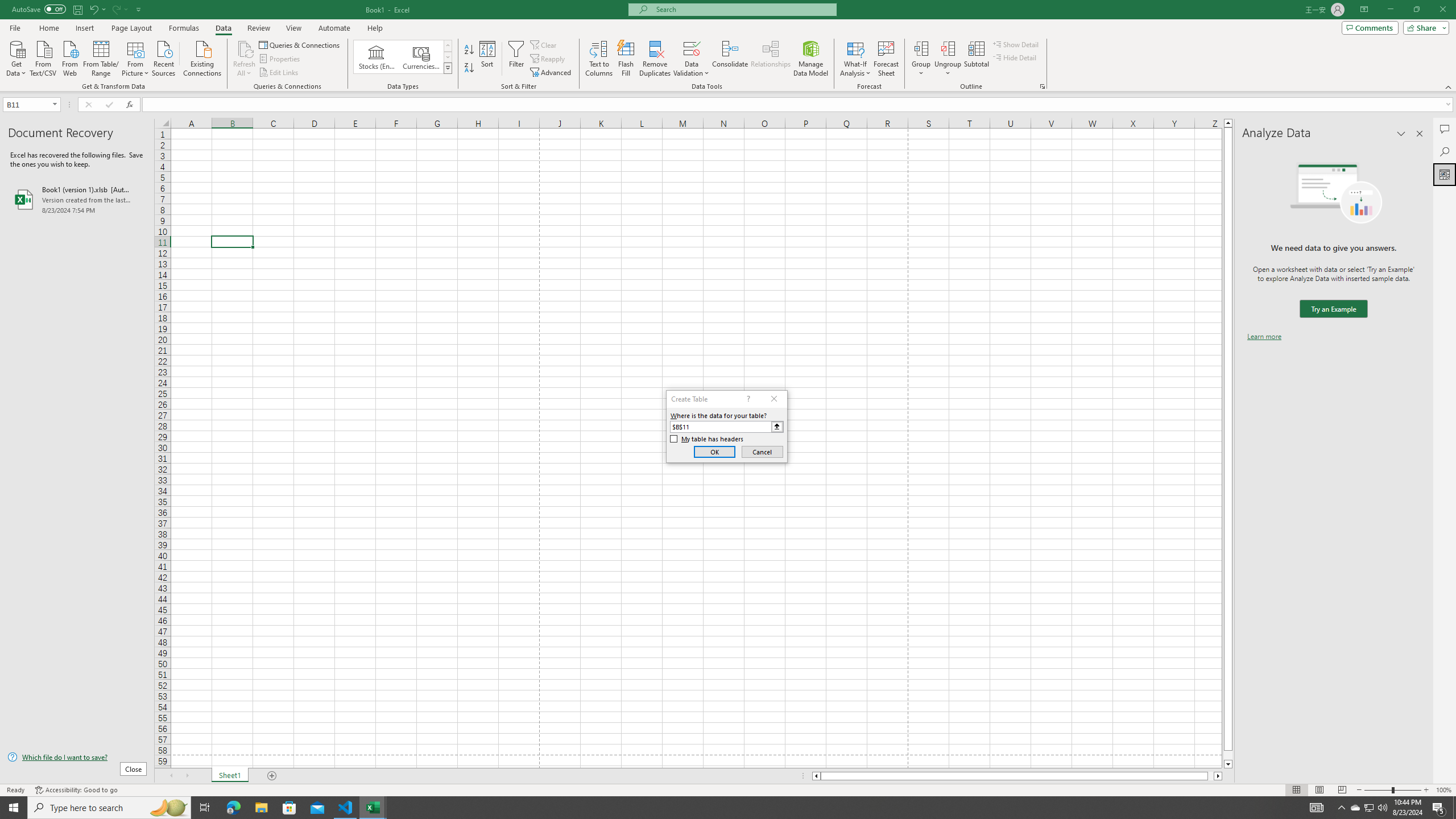 Image resolution: width=1456 pixels, height=819 pixels. Describe the element at coordinates (139, 9) in the screenshot. I see `'Customize Quick Access Toolbar'` at that location.